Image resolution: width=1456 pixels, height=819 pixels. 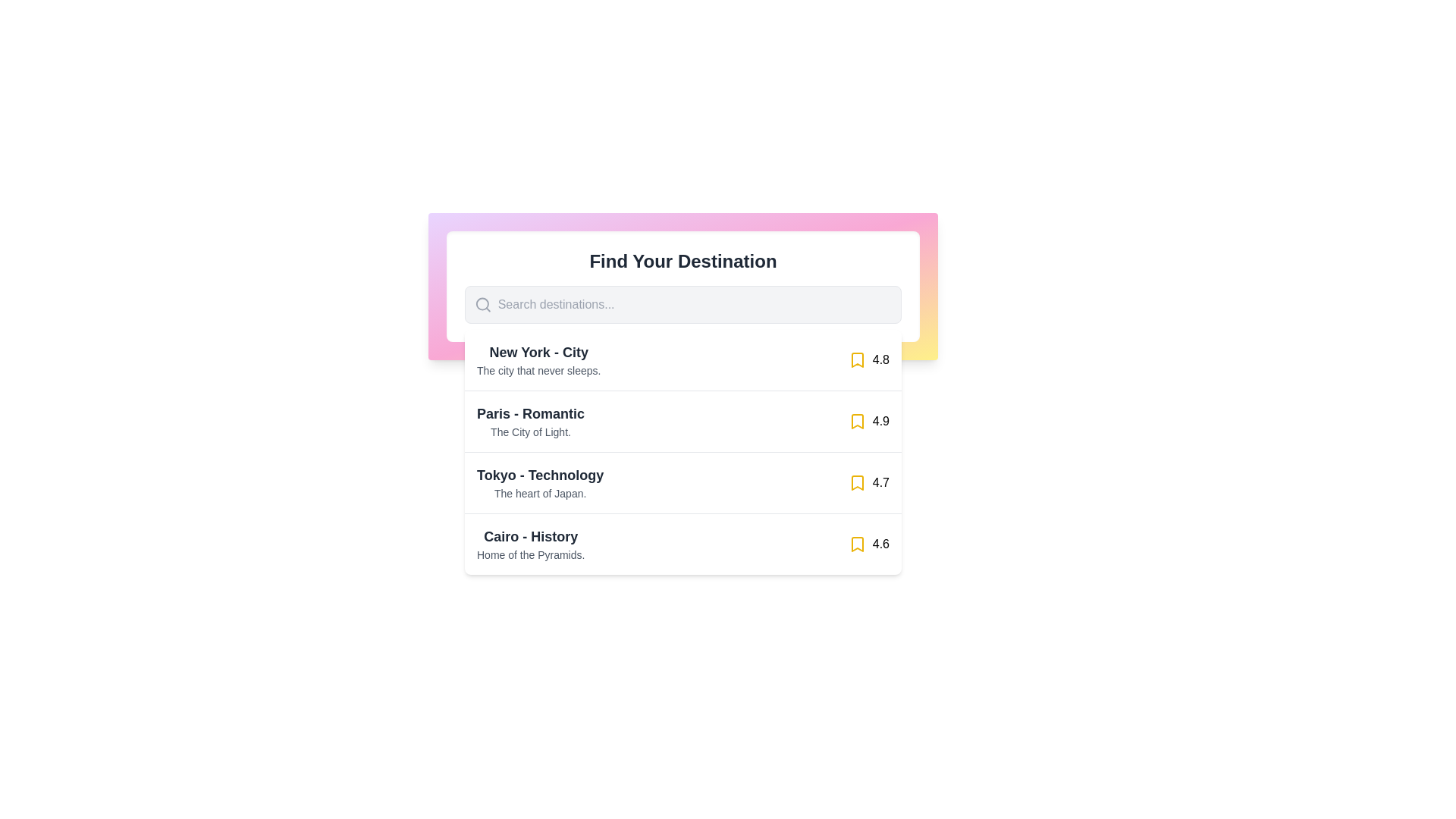 What do you see at coordinates (682, 260) in the screenshot?
I see `the Text label that serves as the title or heading for the user interface section, which introduces the purpose of the area dealing with destinations` at bounding box center [682, 260].